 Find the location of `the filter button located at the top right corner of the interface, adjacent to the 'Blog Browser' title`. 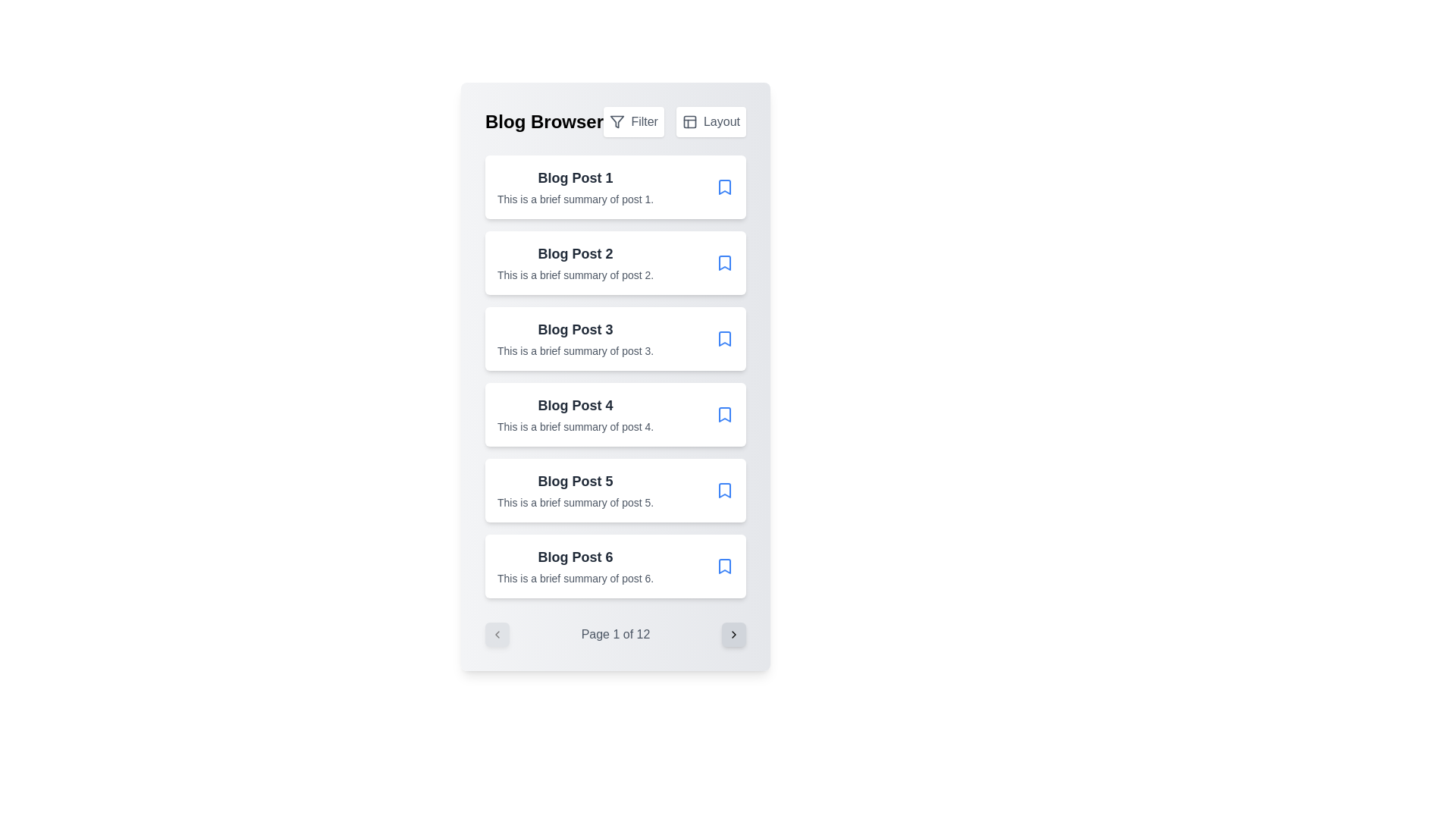

the filter button located at the top right corner of the interface, adjacent to the 'Blog Browser' title is located at coordinates (634, 121).